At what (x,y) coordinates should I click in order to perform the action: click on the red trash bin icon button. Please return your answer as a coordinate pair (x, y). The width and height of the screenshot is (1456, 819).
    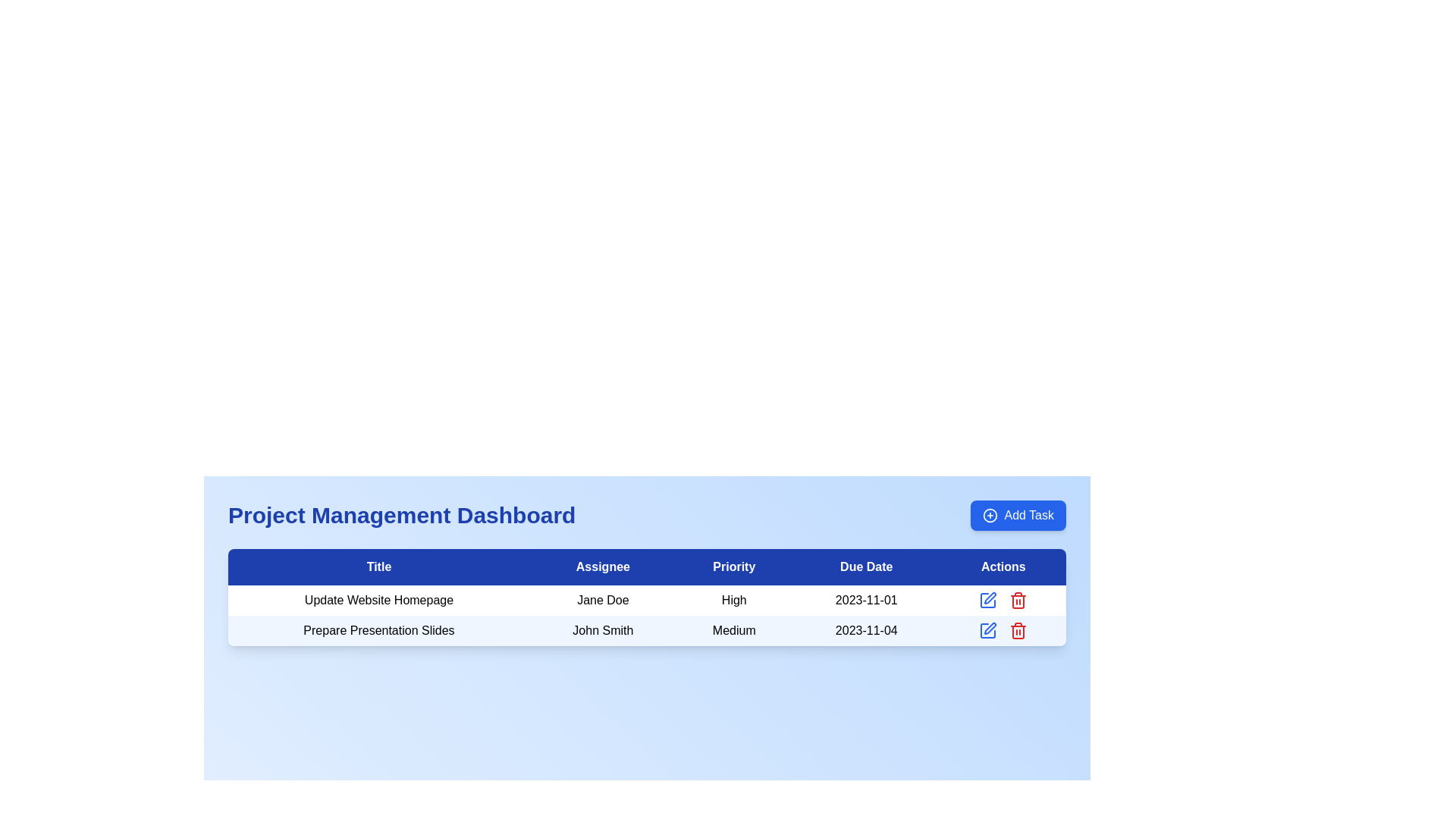
    Looking at the image, I should click on (1003, 599).